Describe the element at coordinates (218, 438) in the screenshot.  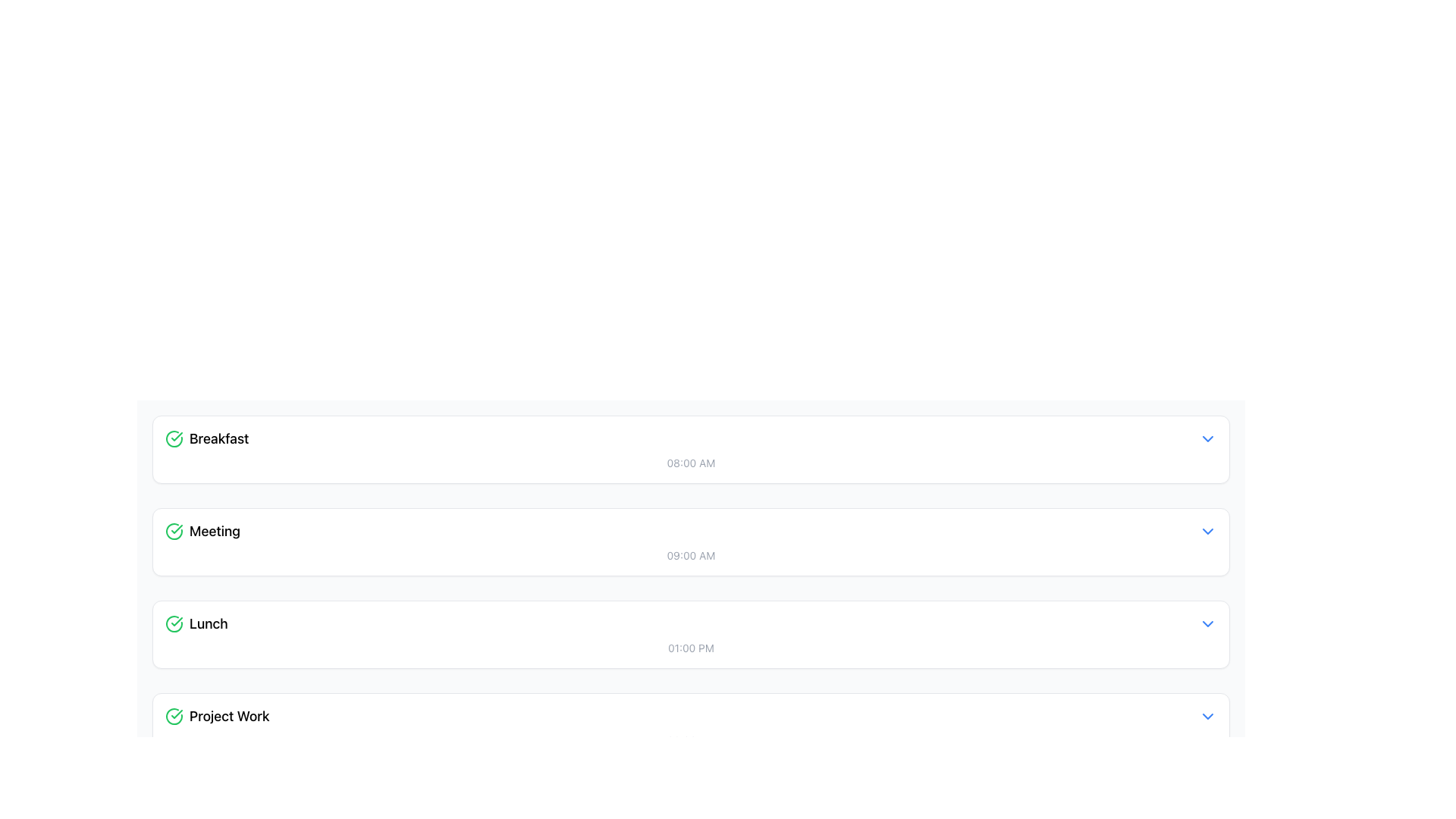
I see `the Text Label that reads 'Breakfast', positioned next to a green checkmark icon within a horizontal flexbox layout` at that location.